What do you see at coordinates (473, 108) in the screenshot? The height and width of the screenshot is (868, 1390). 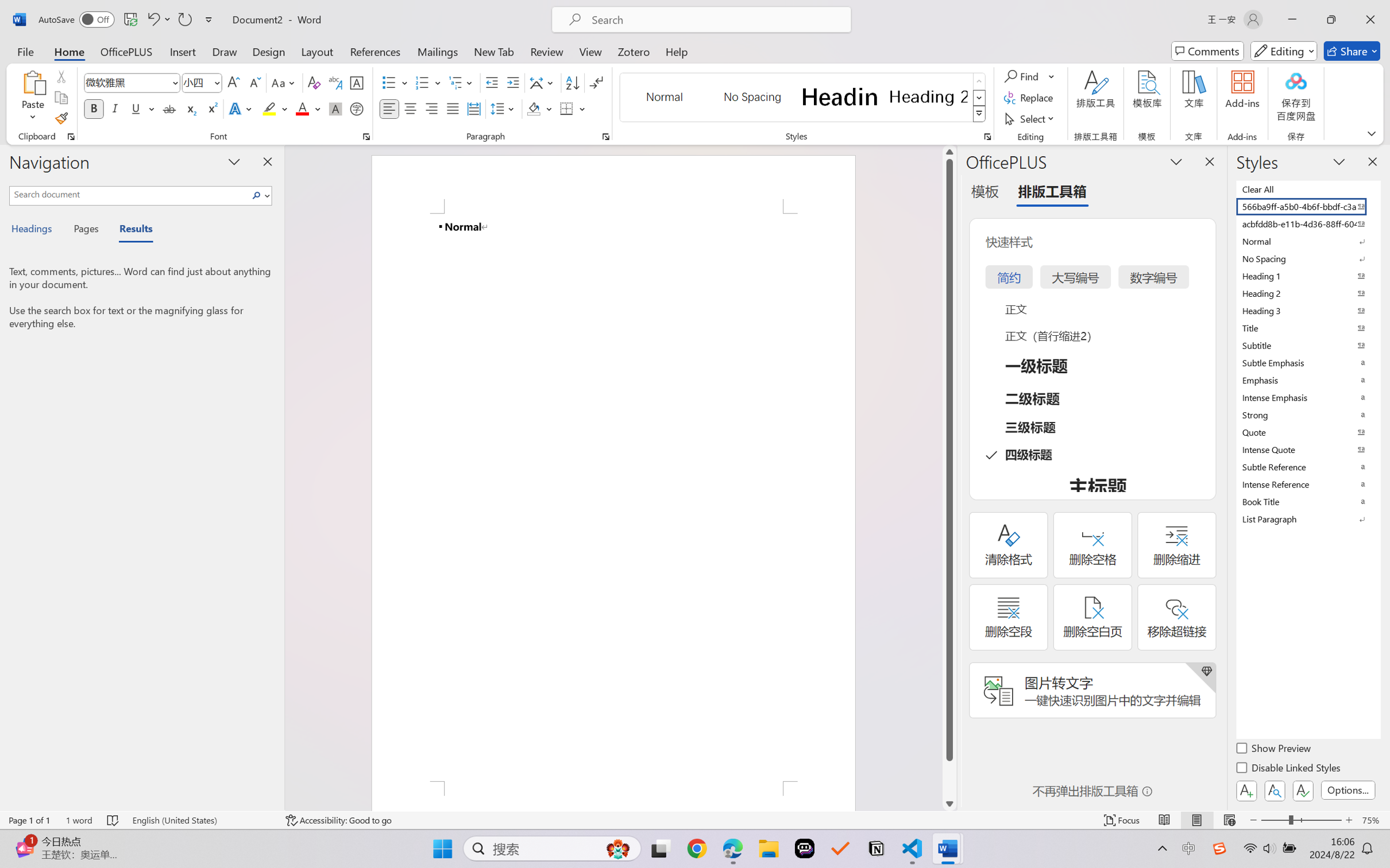 I see `'Distributed'` at bounding box center [473, 108].